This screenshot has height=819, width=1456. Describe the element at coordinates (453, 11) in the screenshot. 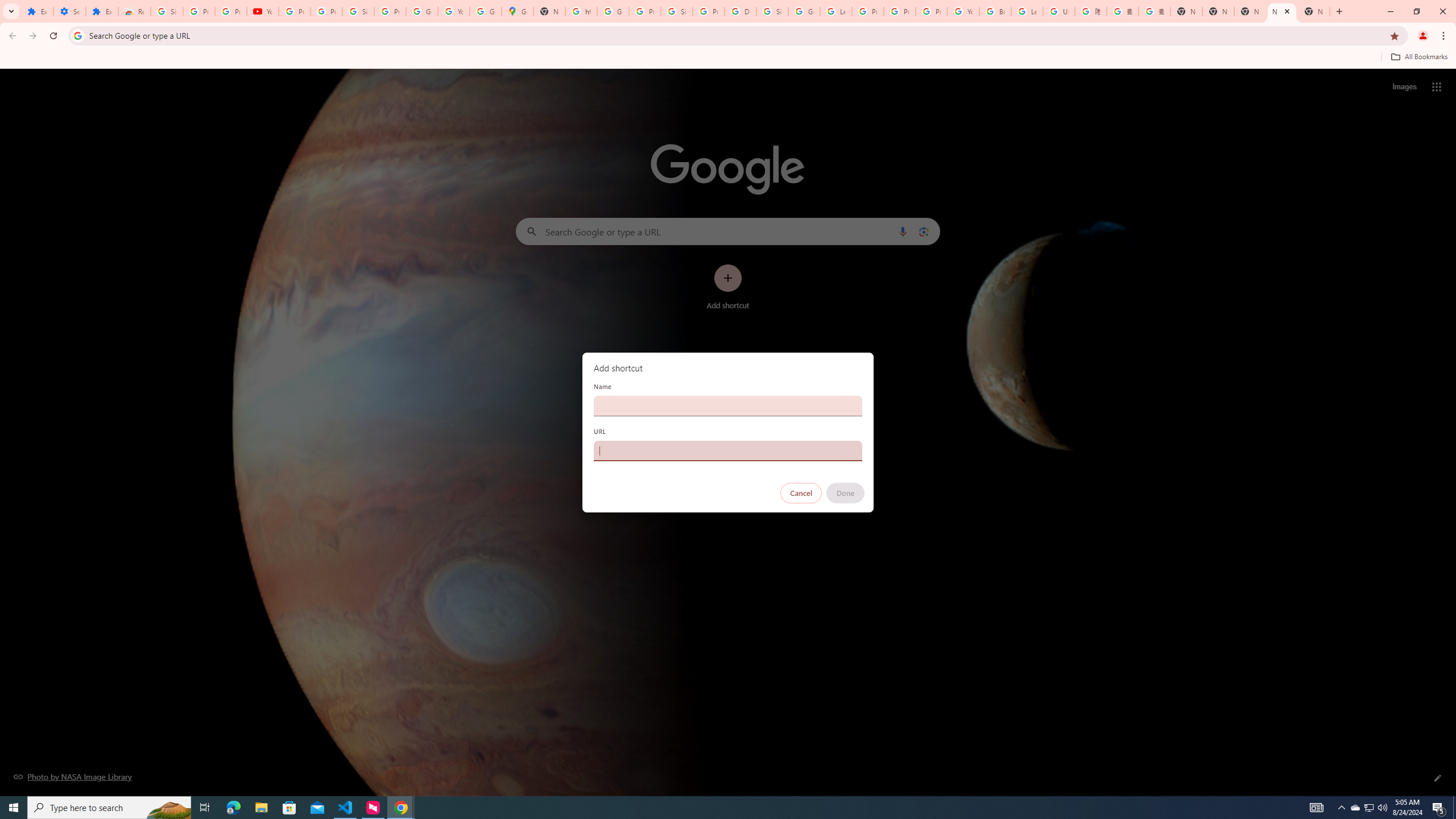

I see `'YouTube'` at that location.